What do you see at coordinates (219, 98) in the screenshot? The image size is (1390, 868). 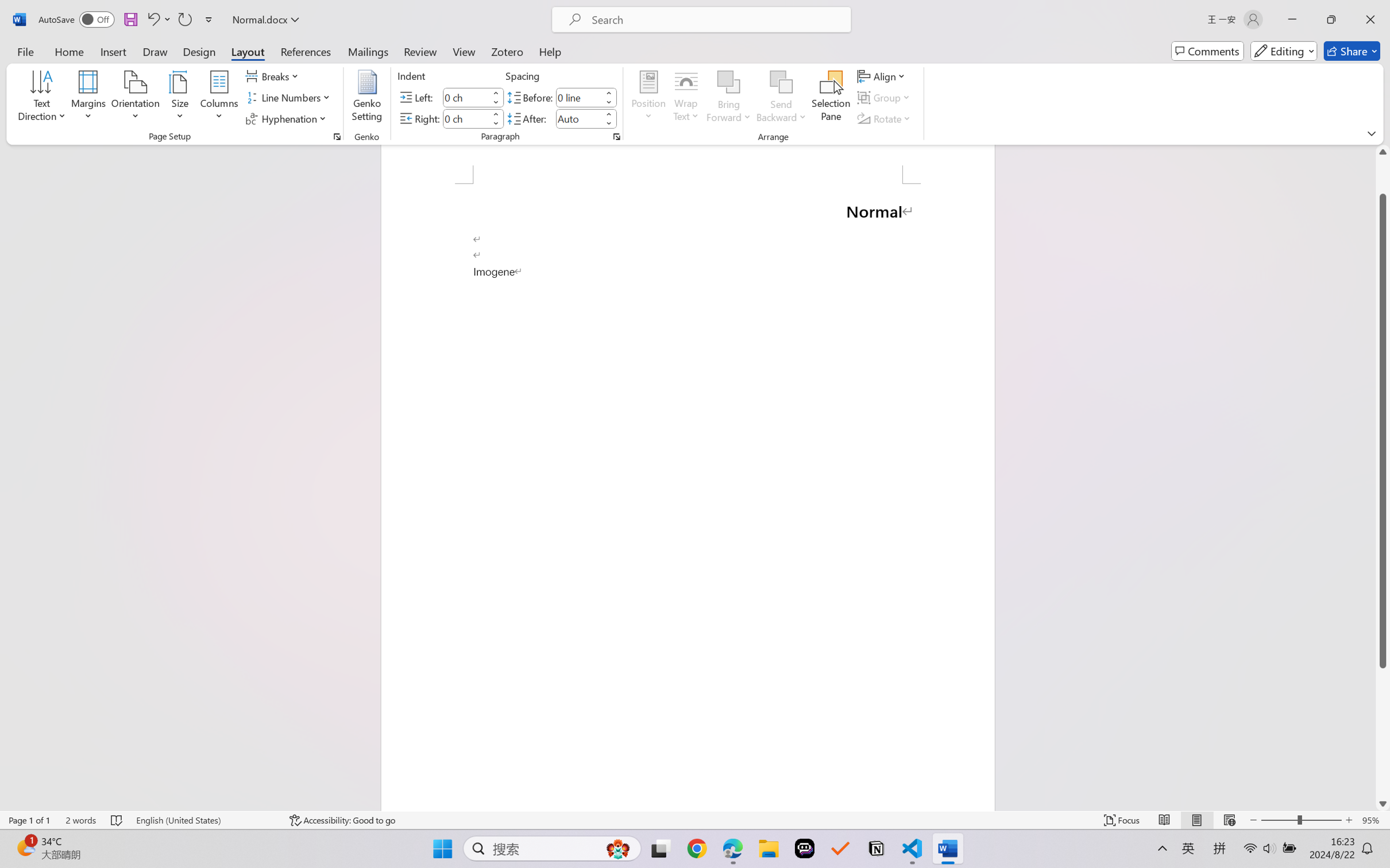 I see `'Columns'` at bounding box center [219, 98].